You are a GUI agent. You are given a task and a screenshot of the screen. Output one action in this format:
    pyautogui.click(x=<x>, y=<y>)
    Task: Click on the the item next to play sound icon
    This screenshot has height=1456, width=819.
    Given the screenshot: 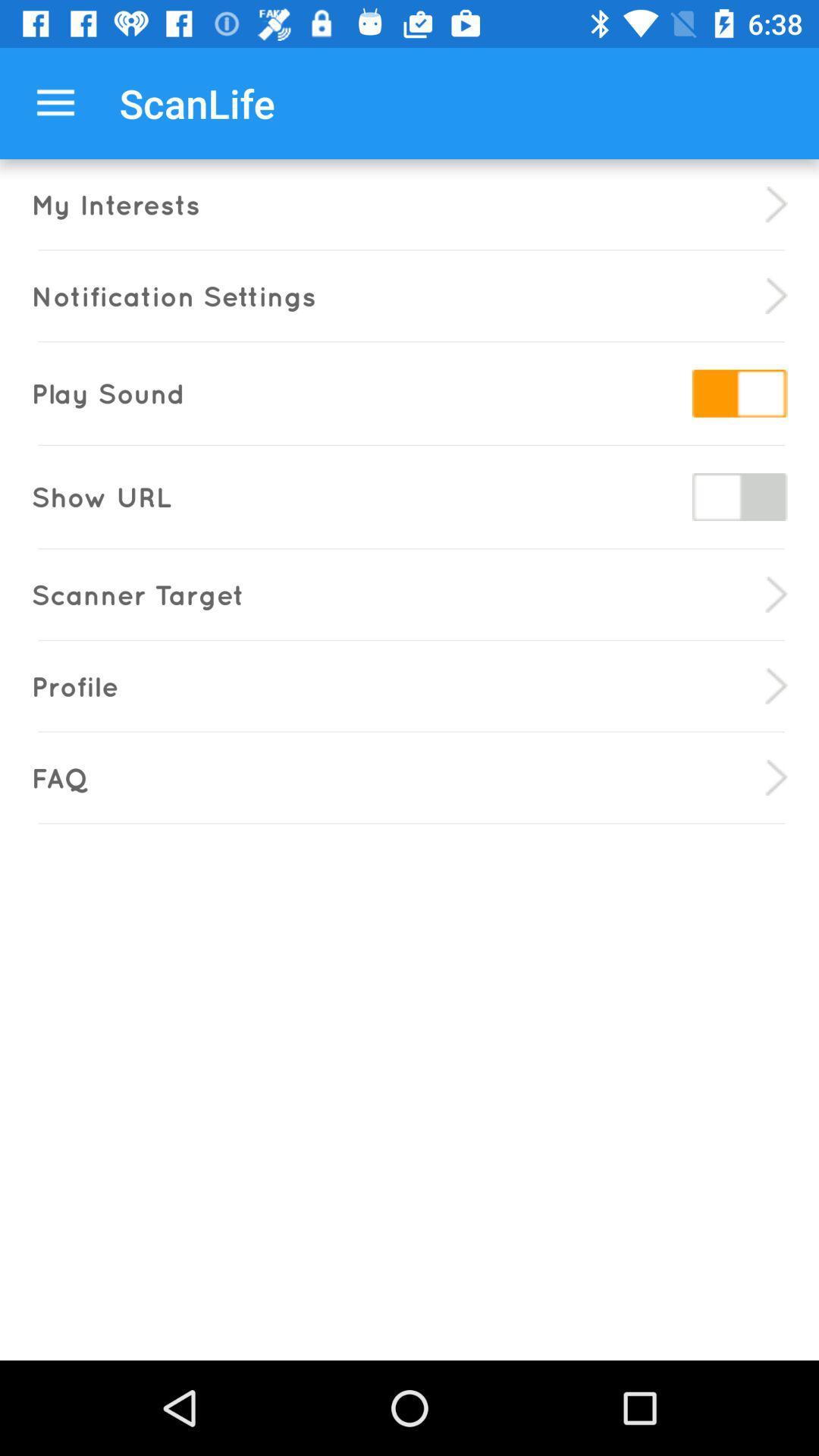 What is the action you would take?
    pyautogui.click(x=739, y=393)
    